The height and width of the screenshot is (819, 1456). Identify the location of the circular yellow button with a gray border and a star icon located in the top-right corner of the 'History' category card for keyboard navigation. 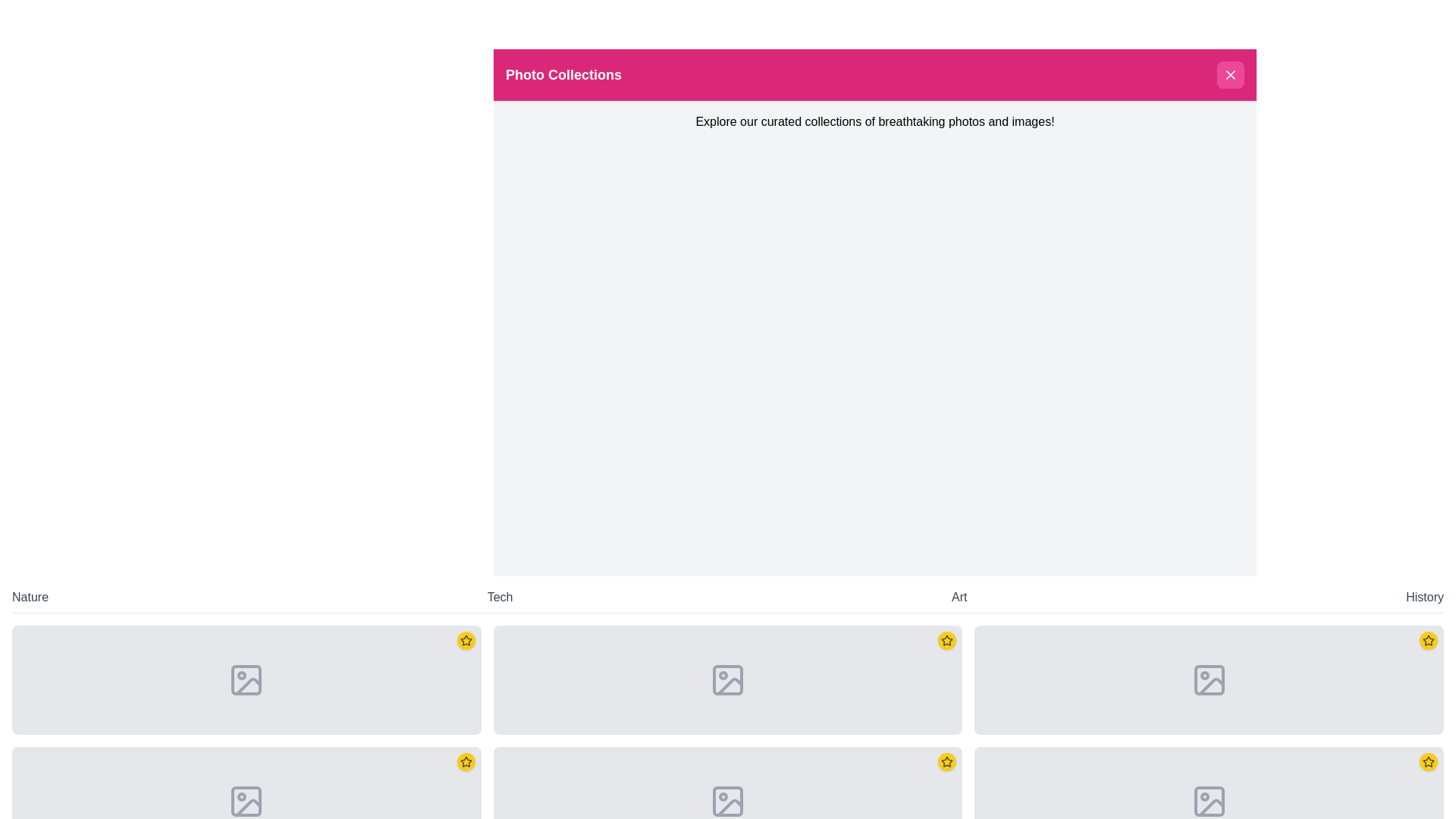
(1427, 640).